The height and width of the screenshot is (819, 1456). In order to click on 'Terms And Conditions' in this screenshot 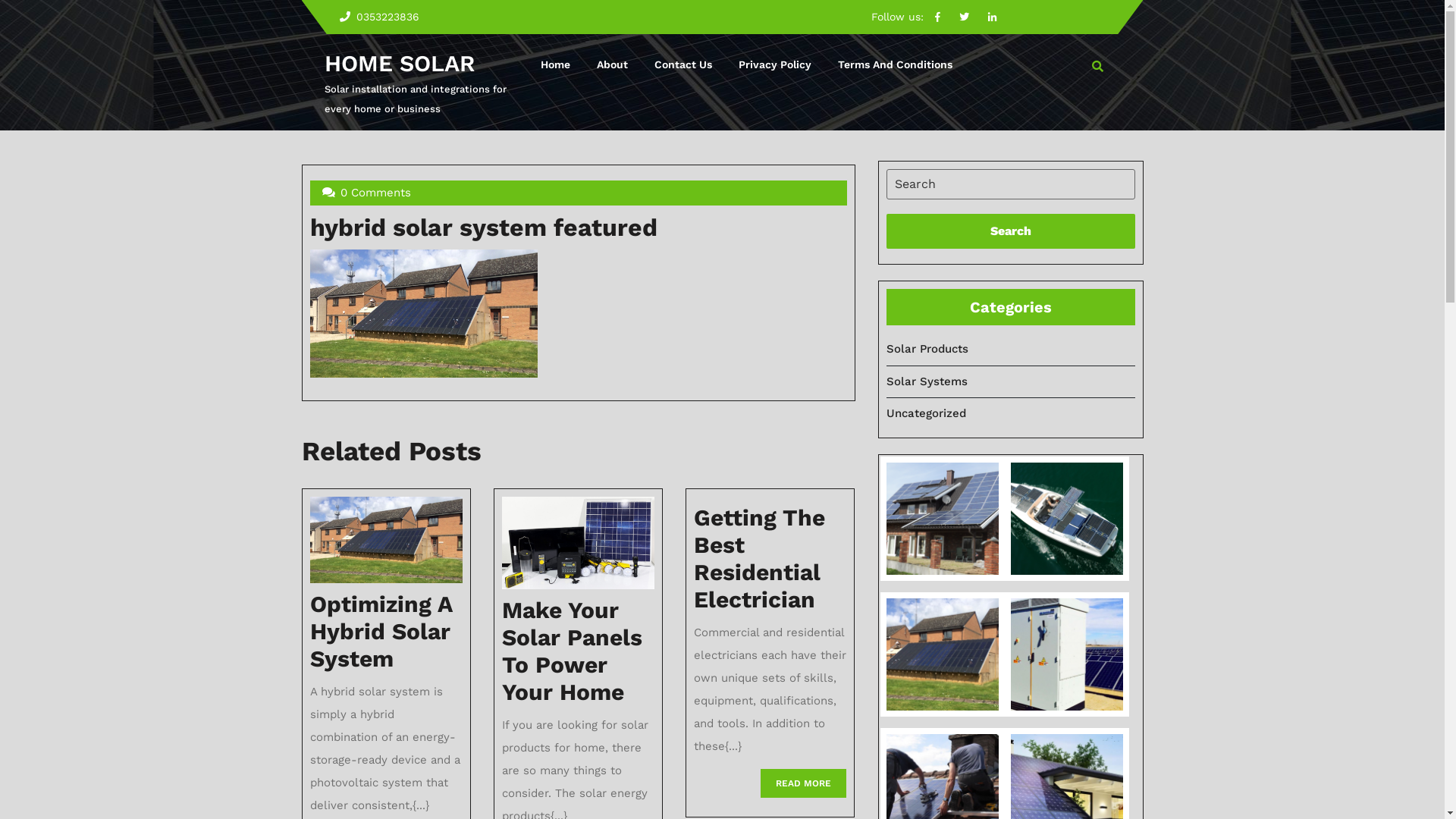, I will do `click(895, 64)`.